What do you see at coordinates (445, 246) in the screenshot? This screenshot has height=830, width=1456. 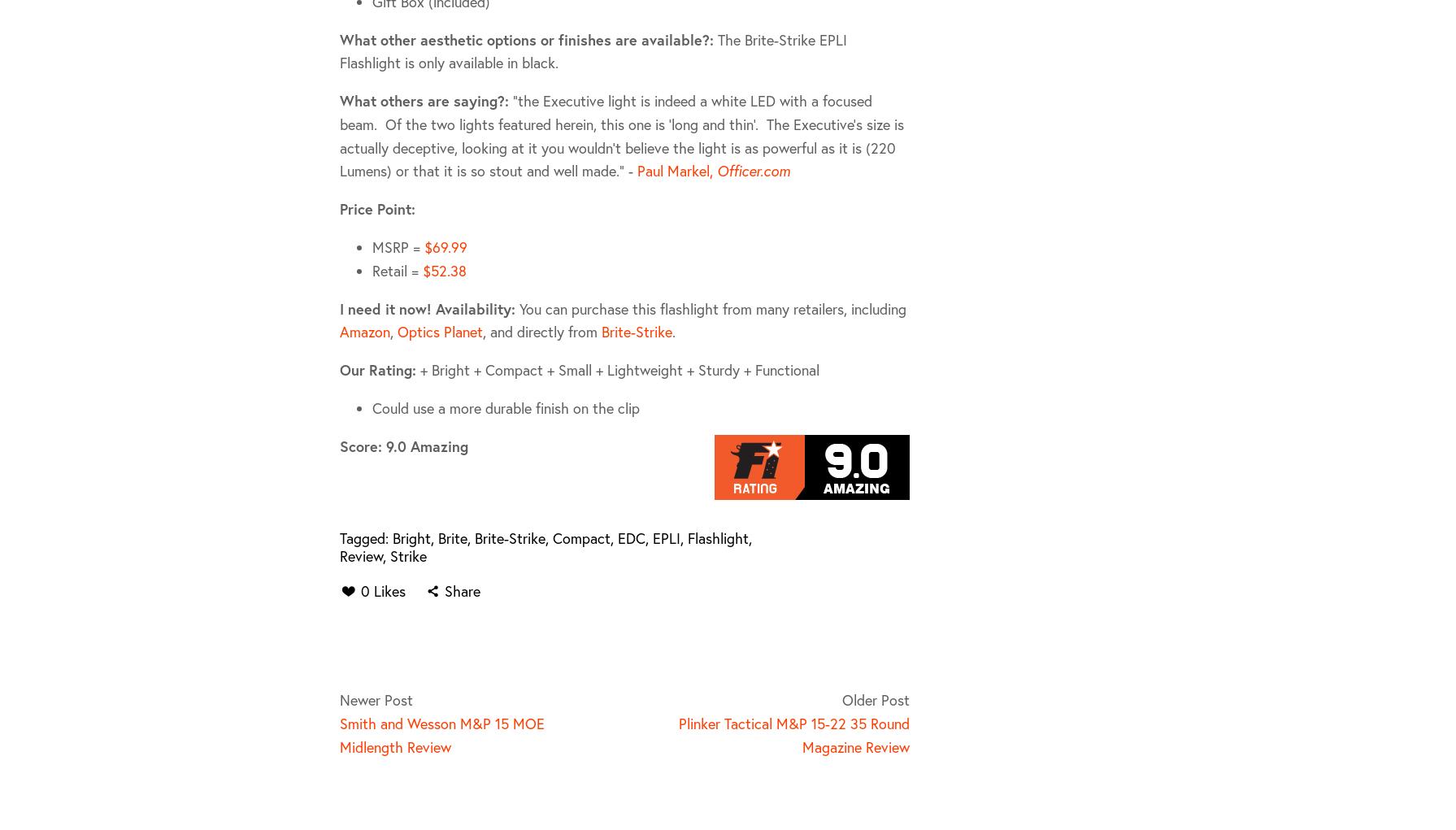 I see `'$69.99'` at bounding box center [445, 246].